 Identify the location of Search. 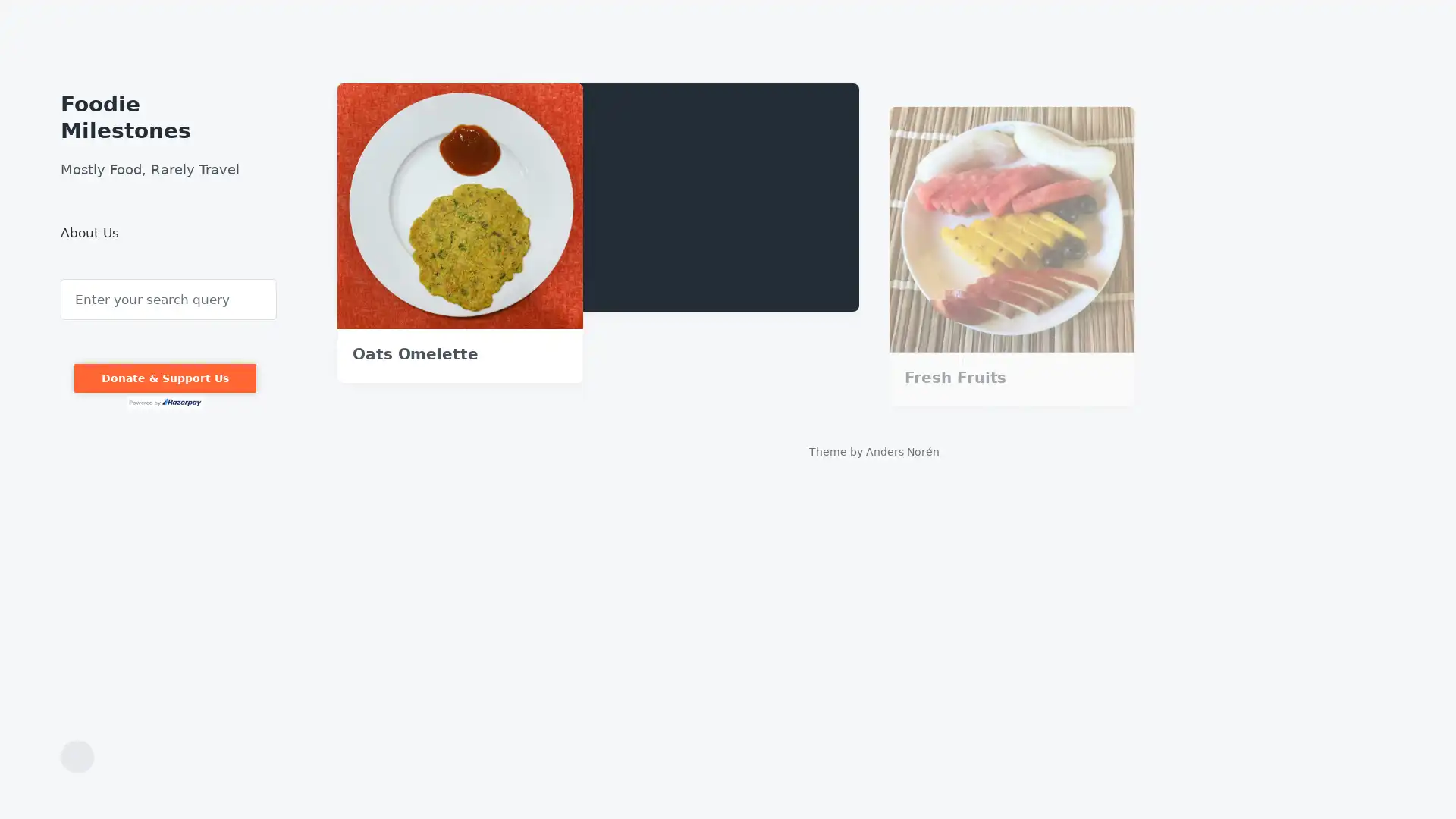
(61, 279).